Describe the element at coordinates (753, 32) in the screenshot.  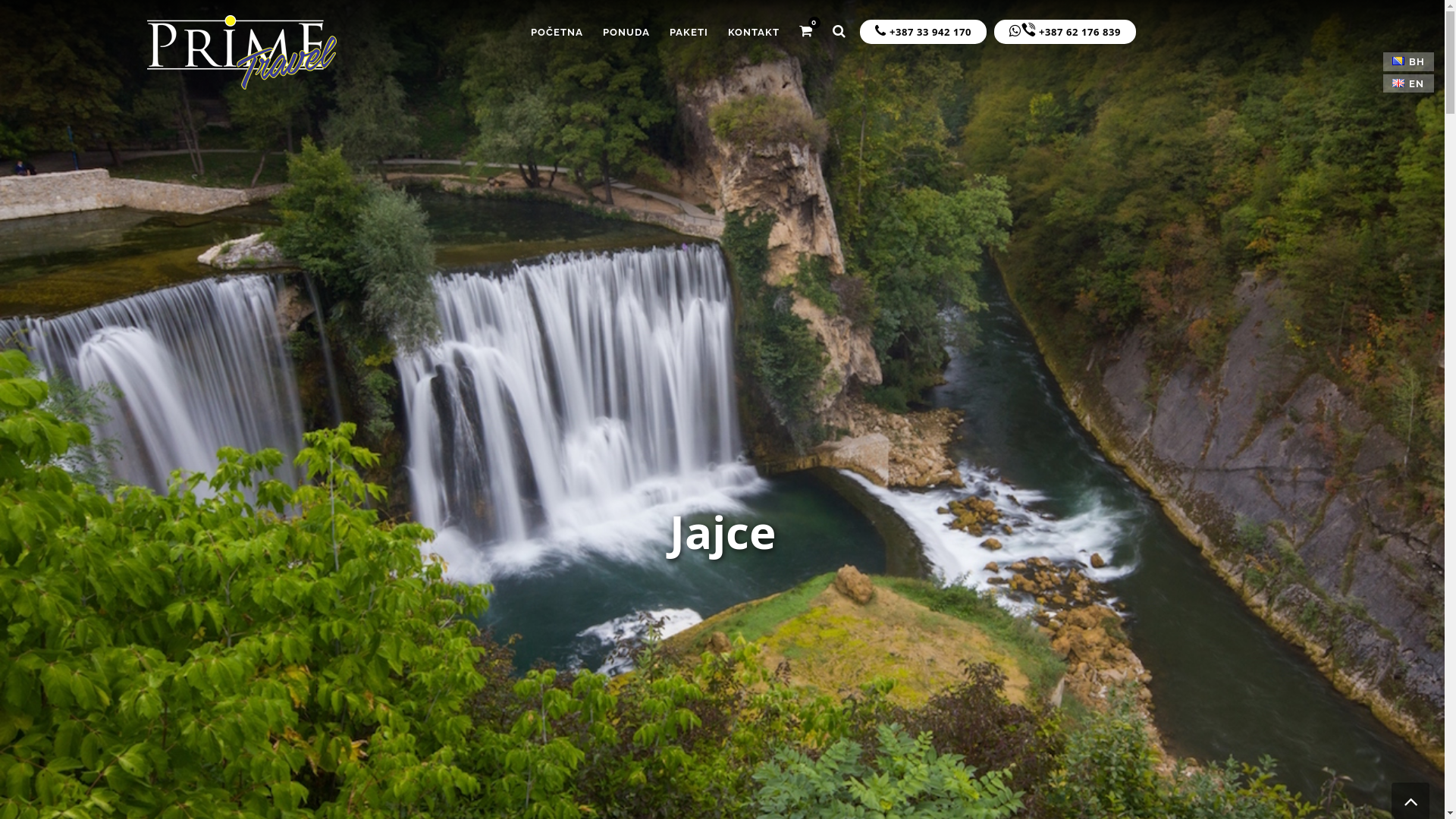
I see `'KONTAKT'` at that location.